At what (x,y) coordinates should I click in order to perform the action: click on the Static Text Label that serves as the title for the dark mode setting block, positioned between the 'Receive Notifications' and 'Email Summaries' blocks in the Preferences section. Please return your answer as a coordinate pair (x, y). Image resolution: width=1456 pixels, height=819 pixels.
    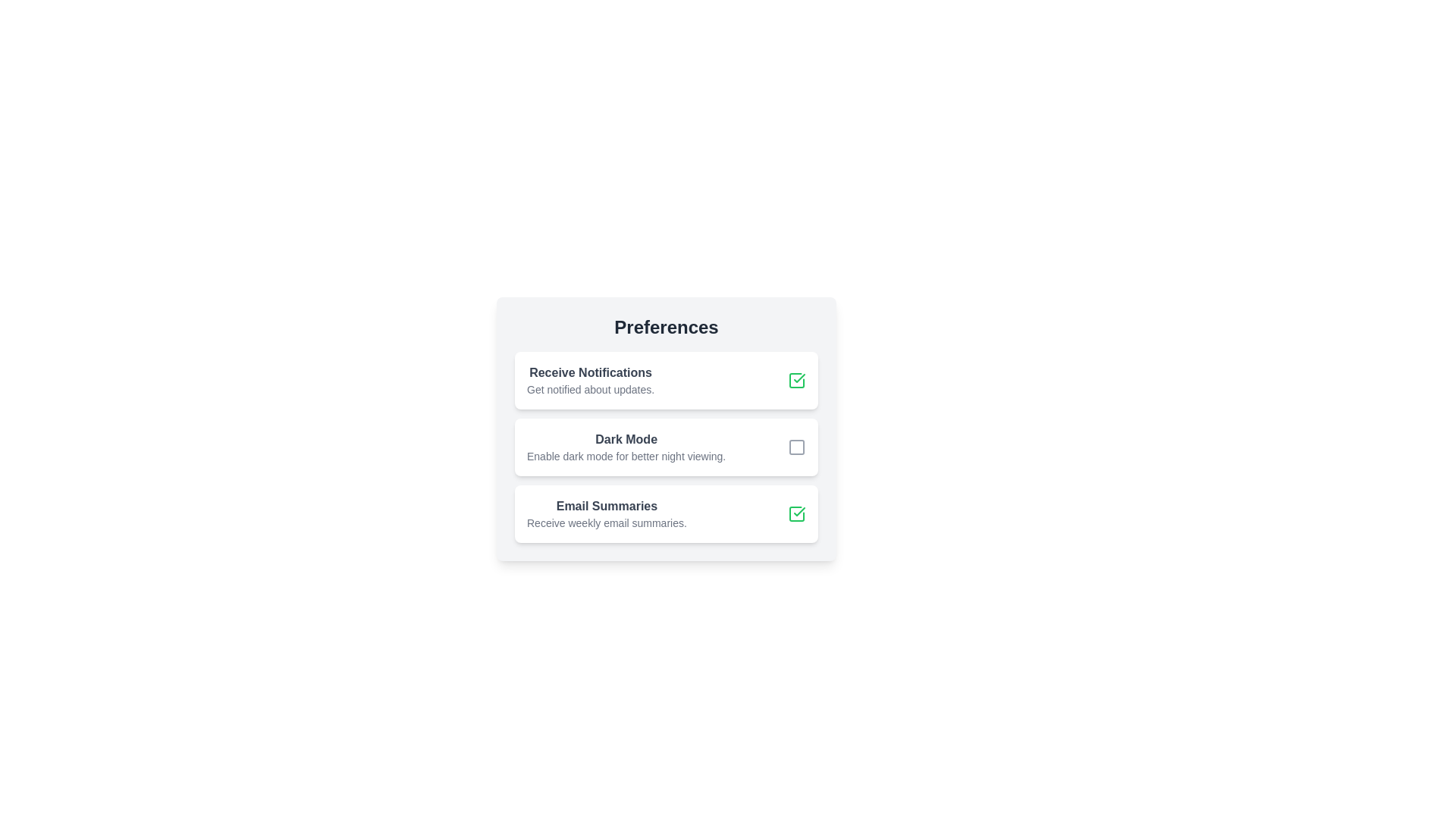
    Looking at the image, I should click on (626, 439).